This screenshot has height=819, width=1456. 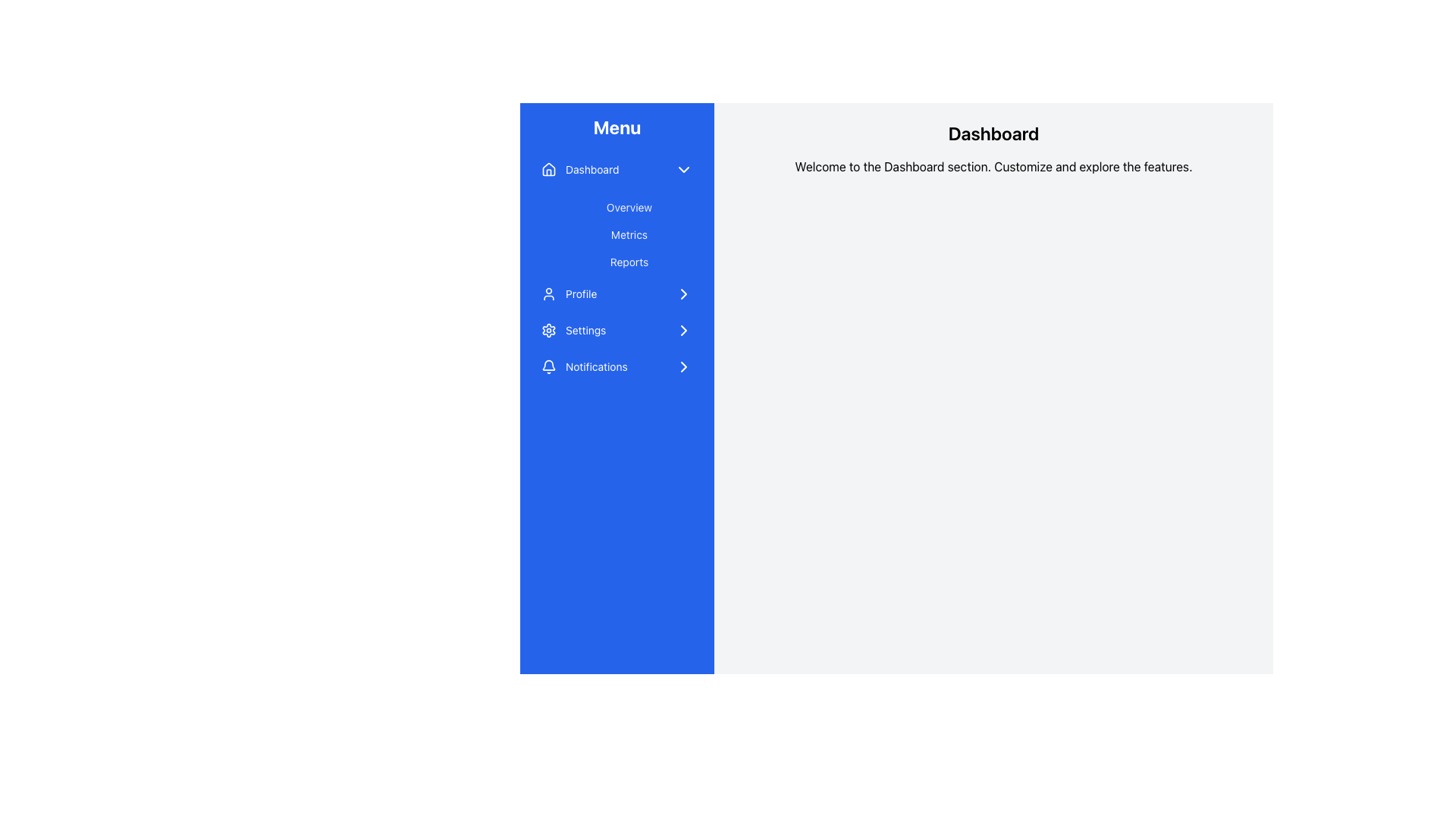 What do you see at coordinates (580, 294) in the screenshot?
I see `the 'Profile' text label, which is the third item in the vertical navigation menu on the left side` at bounding box center [580, 294].